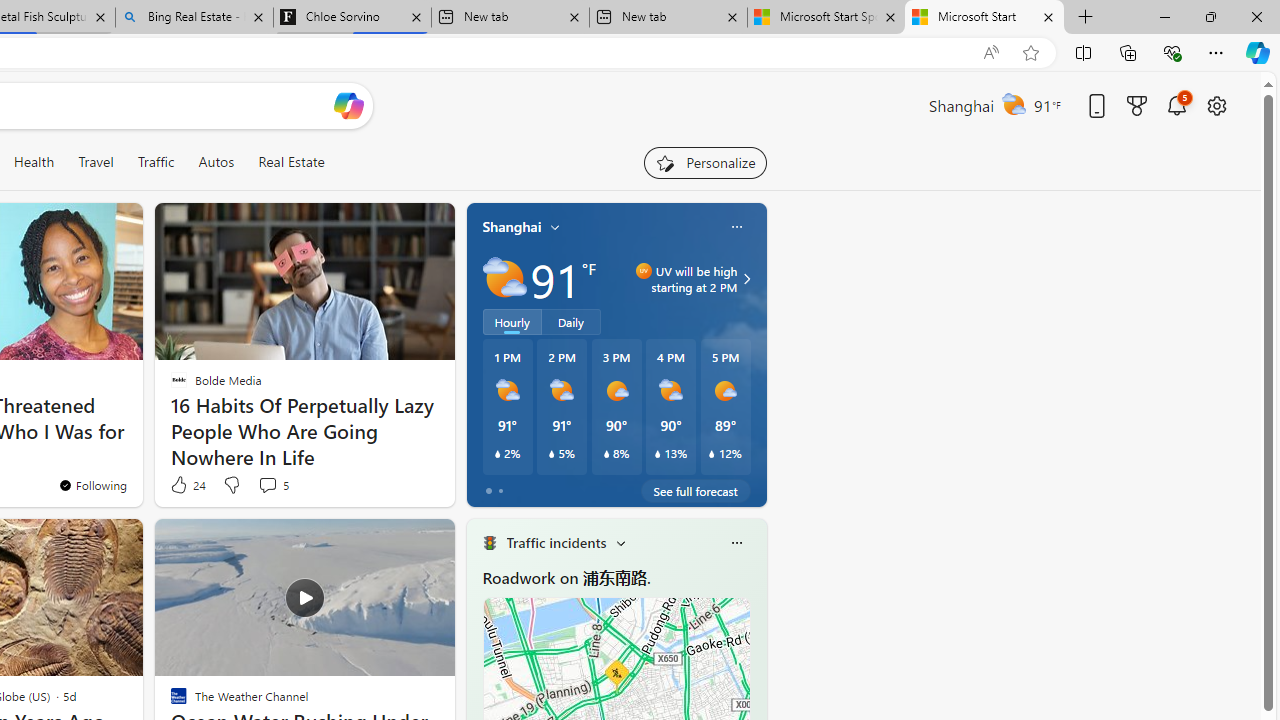 The image size is (1280, 720). Describe the element at coordinates (570, 320) in the screenshot. I see `'Daily'` at that location.